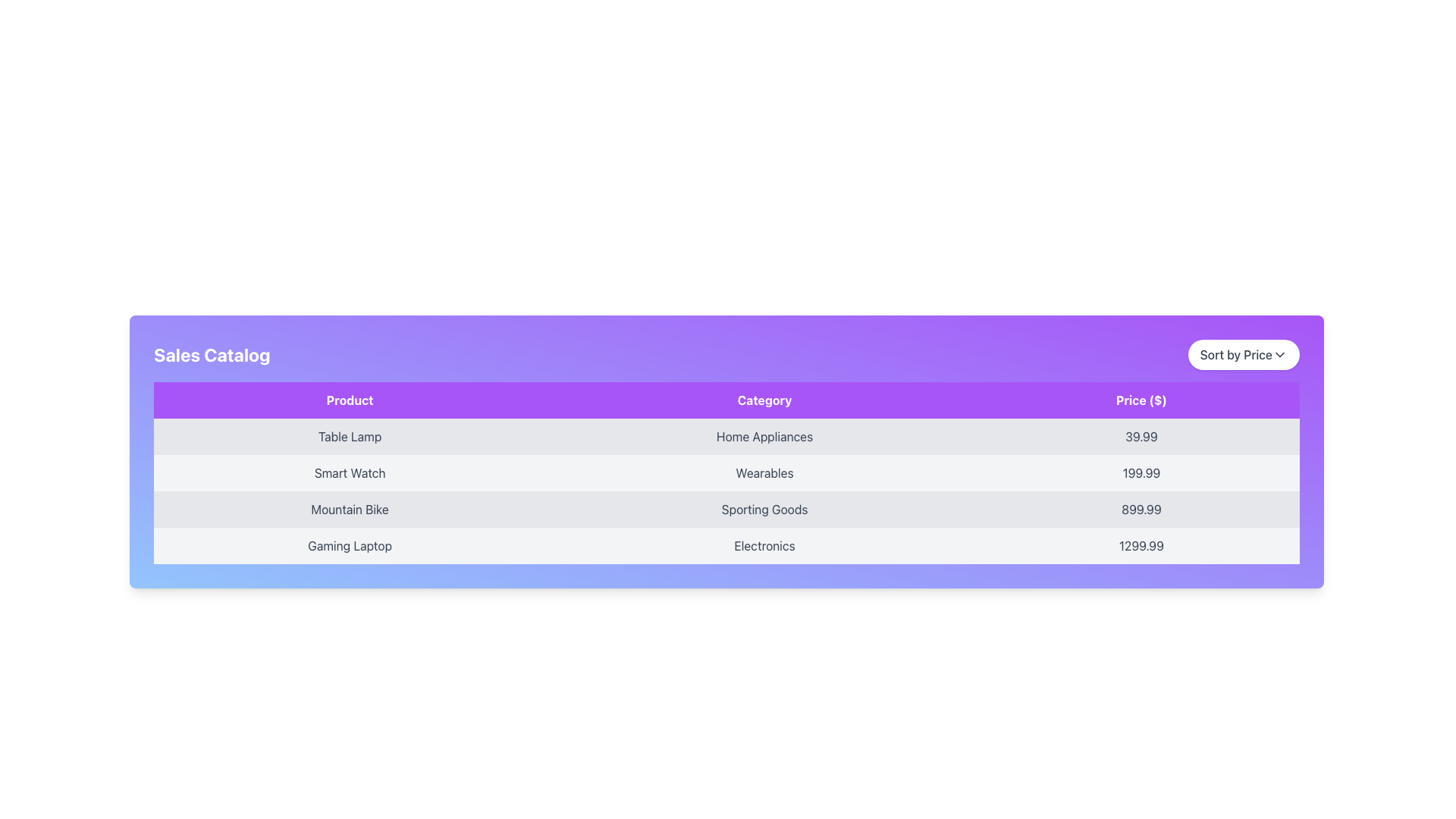  Describe the element at coordinates (1141, 472) in the screenshot. I see `the price display text for the 'Smart Watch' located in the 'Price ($)' column of the products table` at that location.